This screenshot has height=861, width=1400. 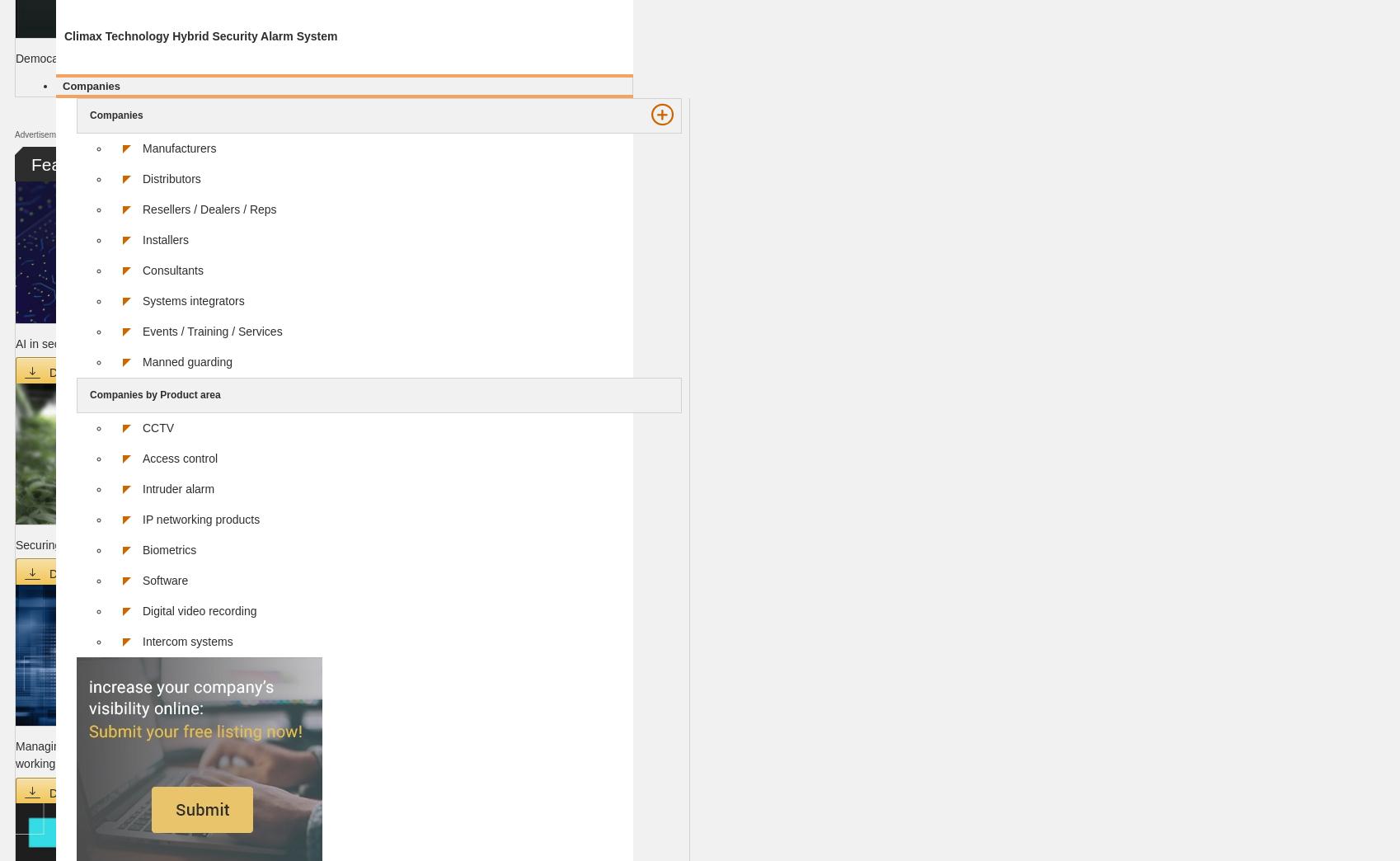 What do you see at coordinates (279, 58) in the screenshot?
I see `'Democast - Integrate cyber & physical access management for a 360-degree view of facilities - Webinar'` at bounding box center [279, 58].